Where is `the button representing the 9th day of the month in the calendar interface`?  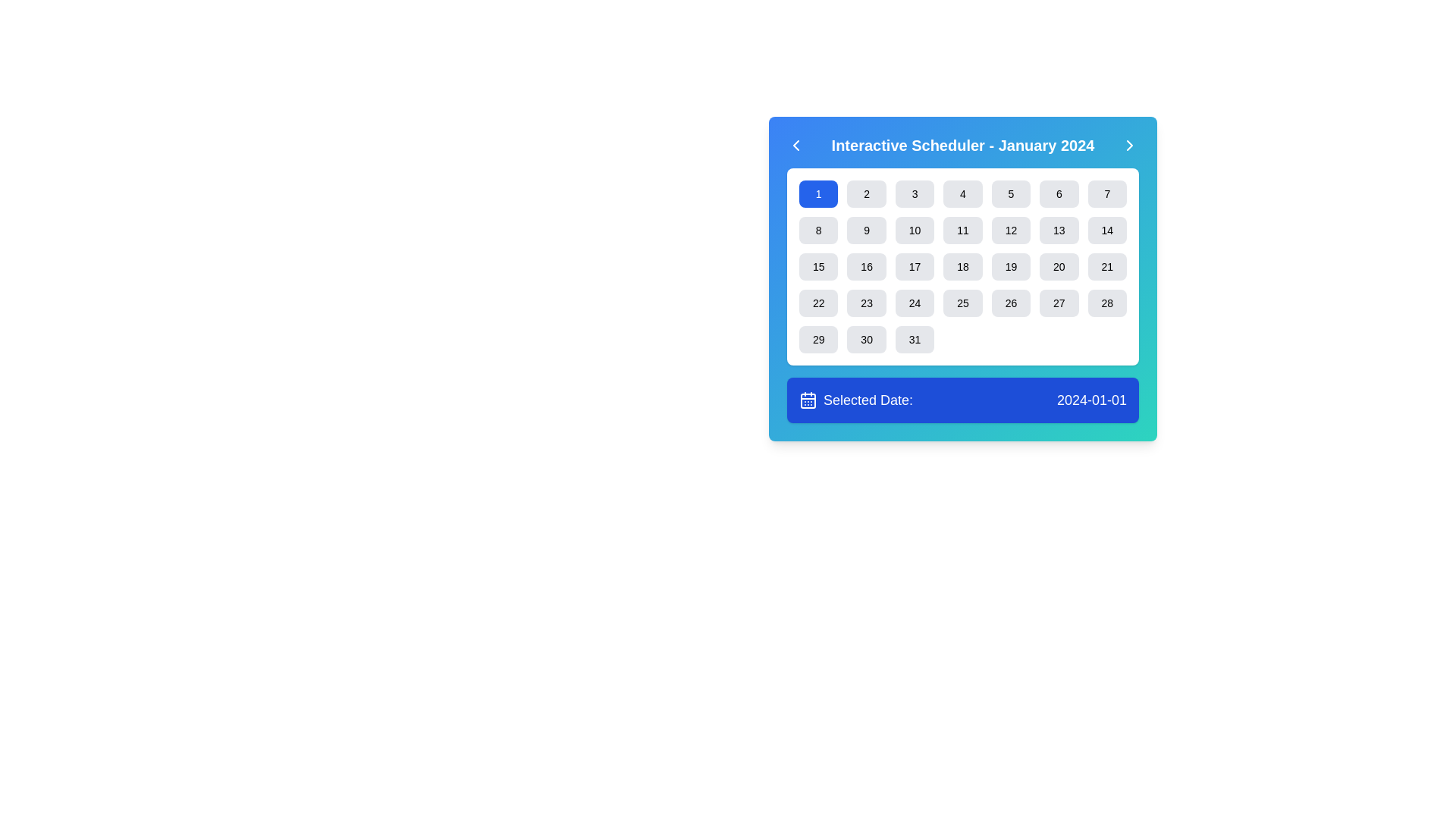
the button representing the 9th day of the month in the calendar interface is located at coordinates (867, 231).